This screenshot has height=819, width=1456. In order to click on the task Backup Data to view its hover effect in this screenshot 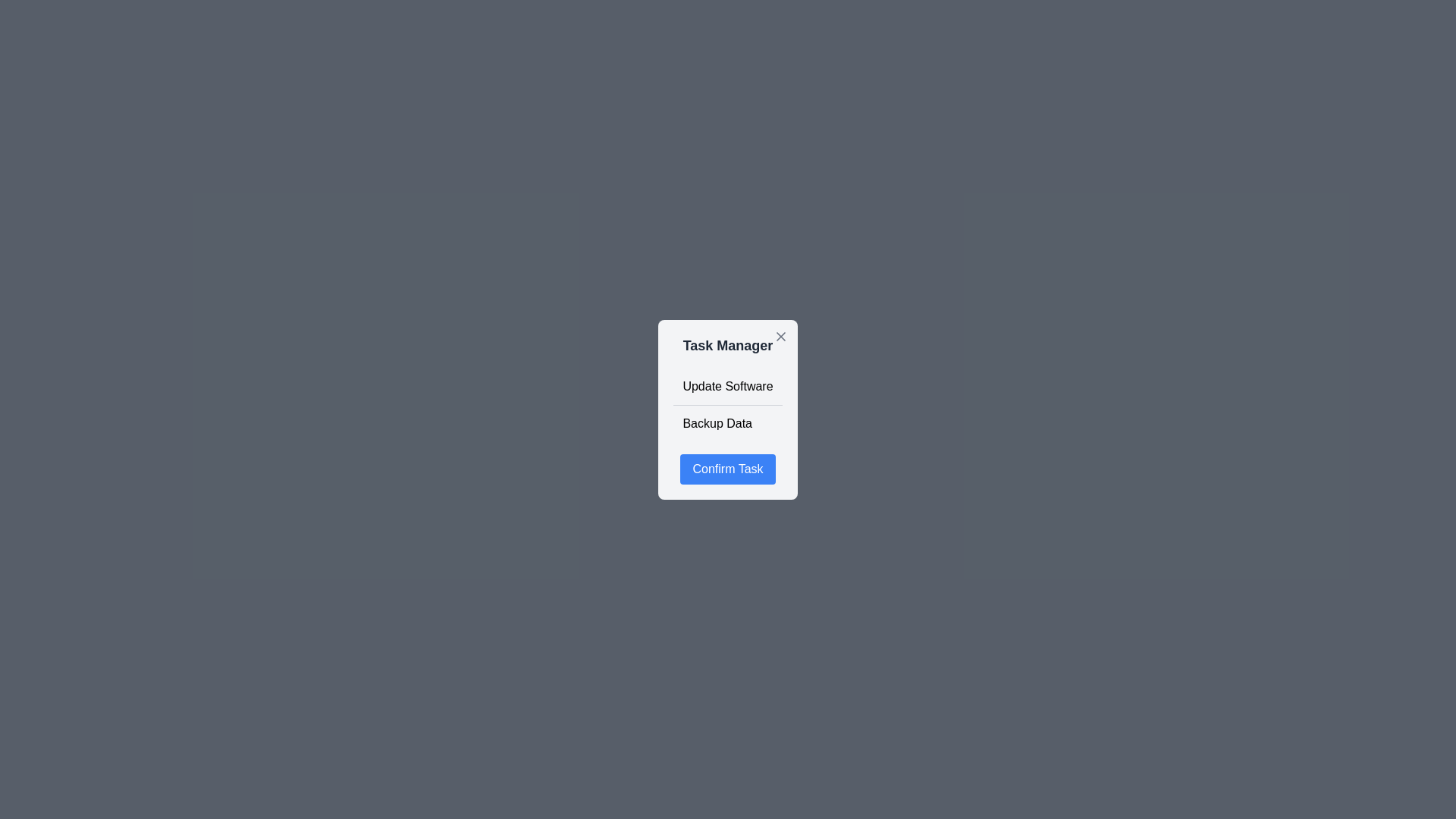, I will do `click(728, 423)`.